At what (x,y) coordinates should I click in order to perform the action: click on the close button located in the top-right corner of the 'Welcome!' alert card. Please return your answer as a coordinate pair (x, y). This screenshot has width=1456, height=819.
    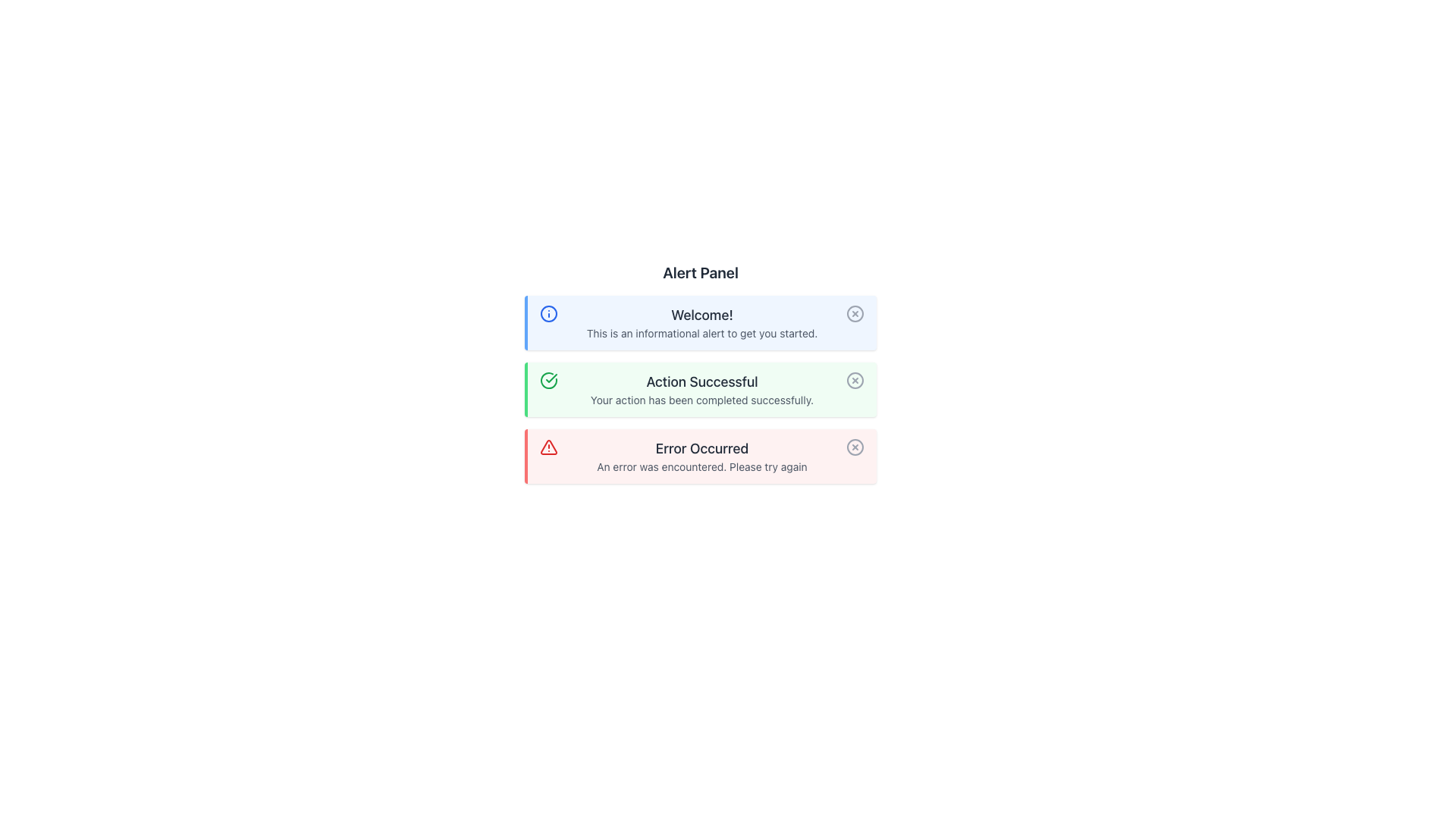
    Looking at the image, I should click on (855, 312).